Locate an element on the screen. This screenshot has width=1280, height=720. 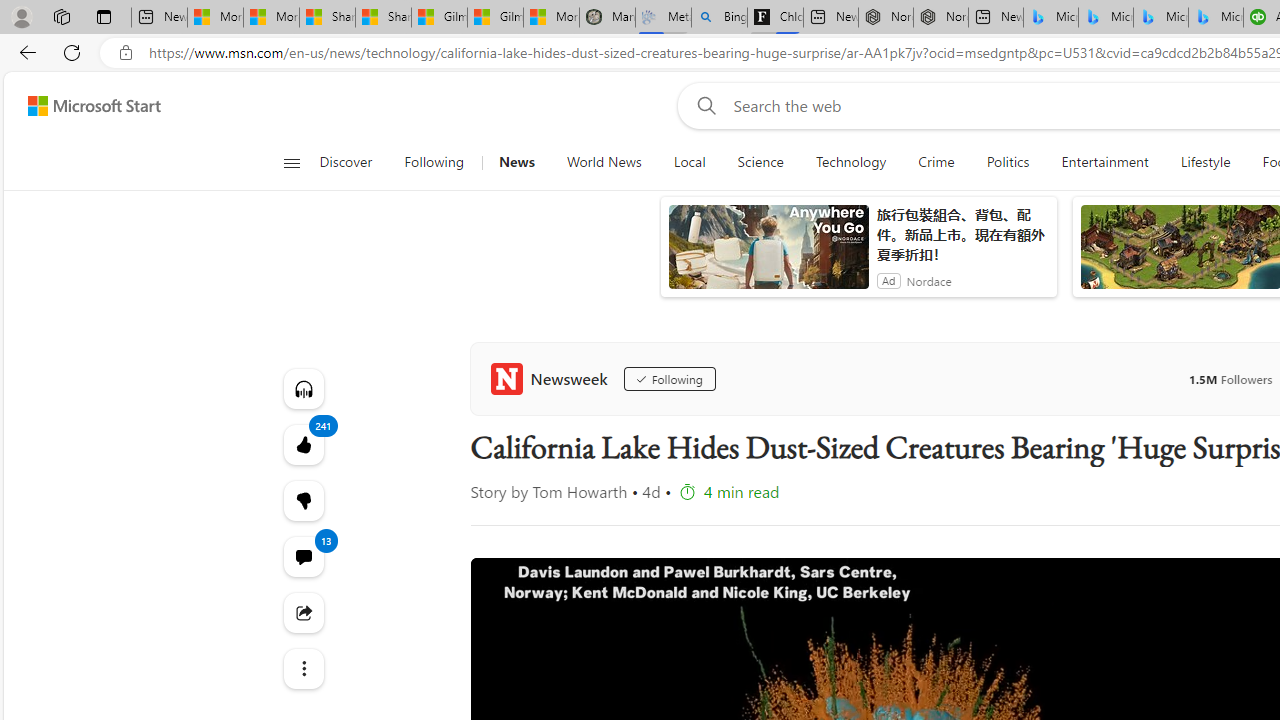
'Microsoft Bing Travel - Stays in Bangkok, Bangkok, Thailand' is located at coordinates (1104, 17).